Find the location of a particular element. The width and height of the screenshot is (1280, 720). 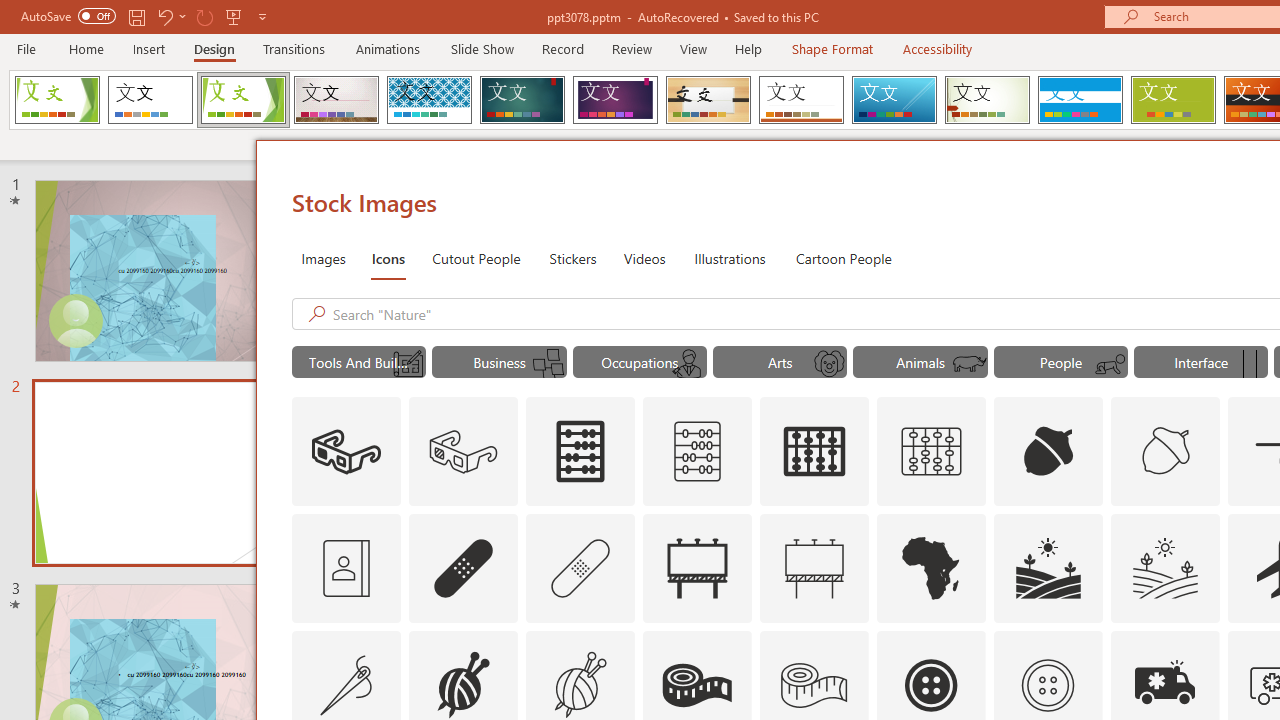

'Integral' is located at coordinates (428, 100).